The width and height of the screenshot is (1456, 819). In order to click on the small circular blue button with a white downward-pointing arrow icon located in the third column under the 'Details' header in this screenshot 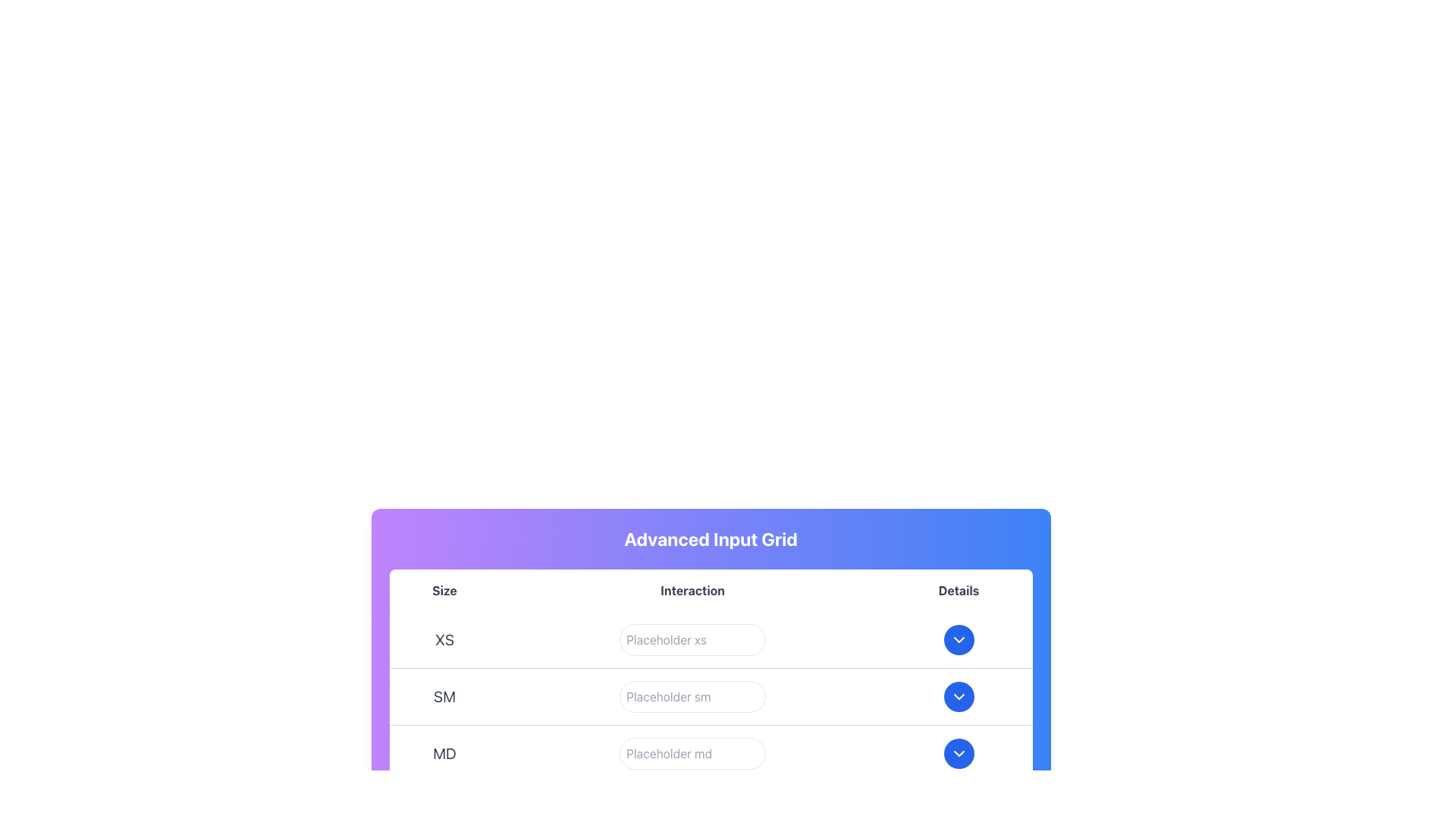, I will do `click(958, 640)`.